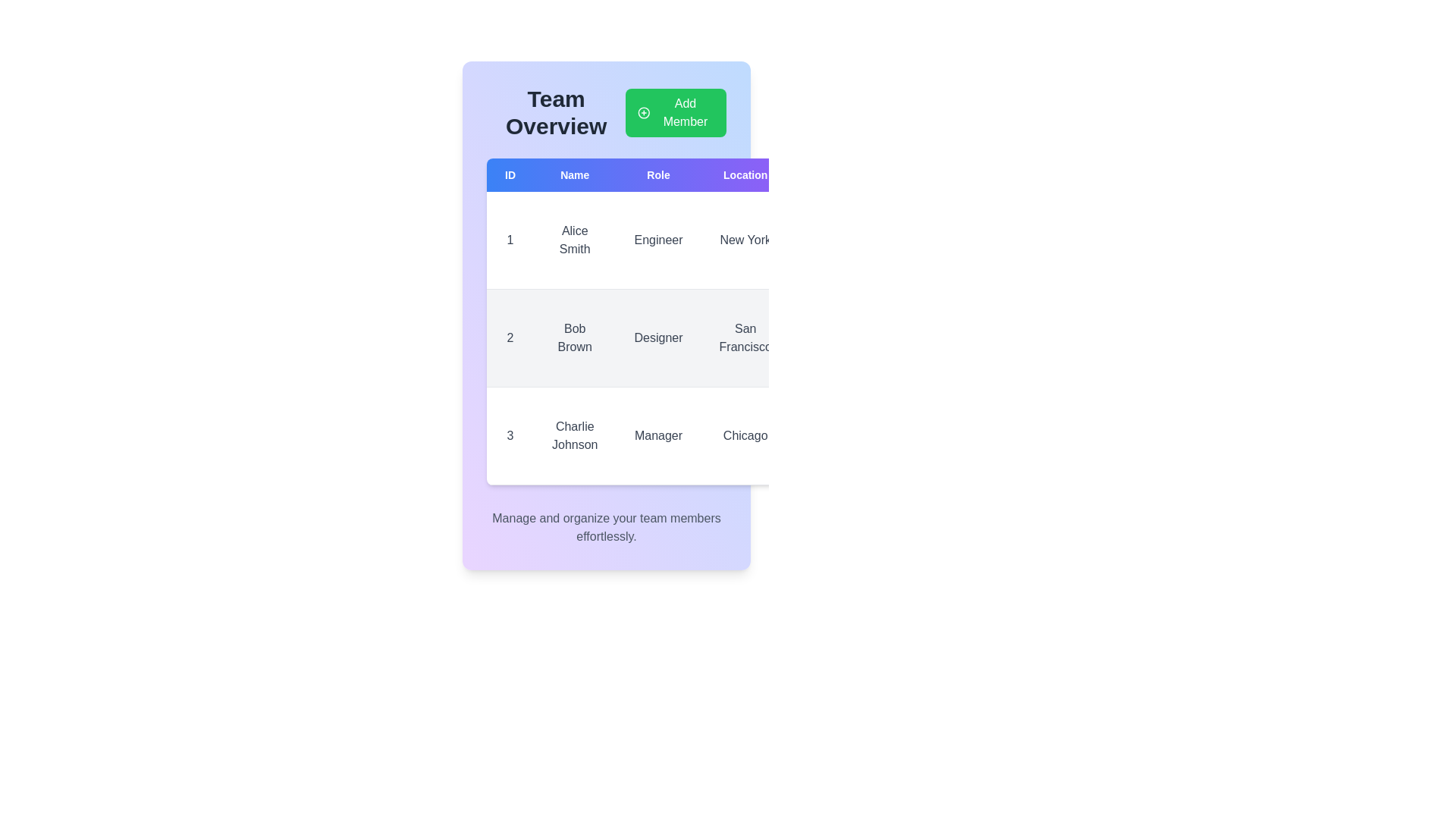  What do you see at coordinates (555, 112) in the screenshot?
I see `the section header Text label that indicates the overview of a team` at bounding box center [555, 112].